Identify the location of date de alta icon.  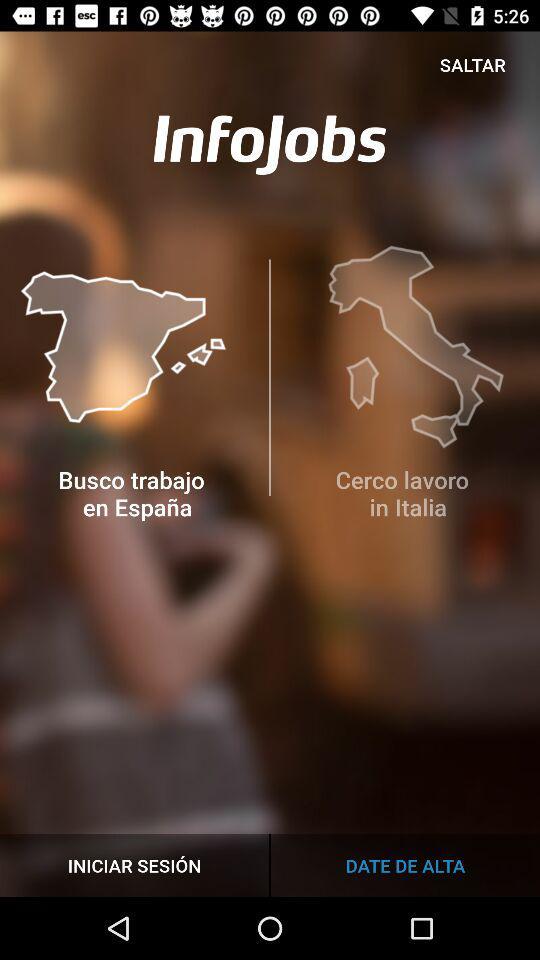
(405, 864).